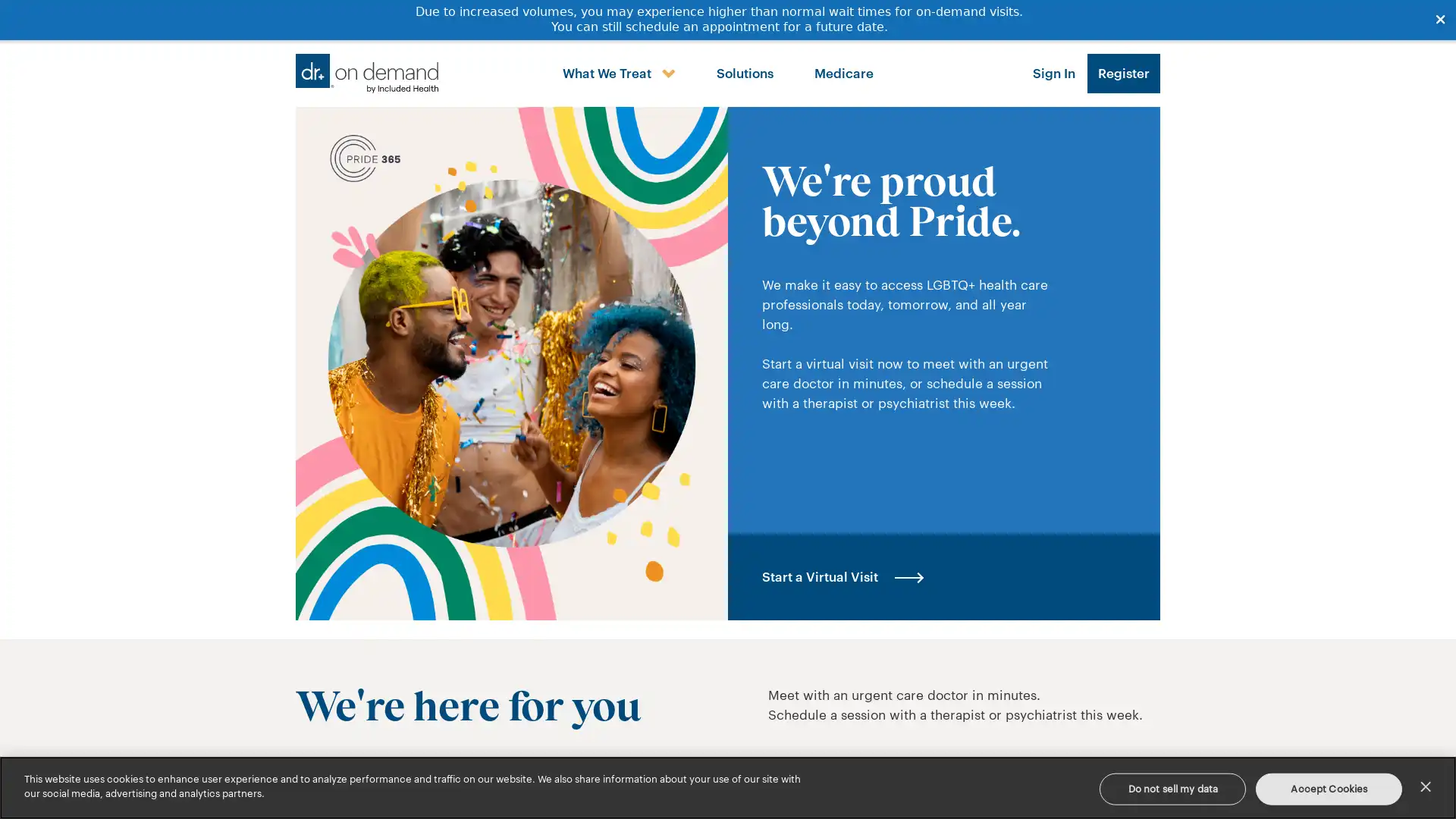 The width and height of the screenshot is (1456, 819). I want to click on Do not sell my data, so click(1172, 788).